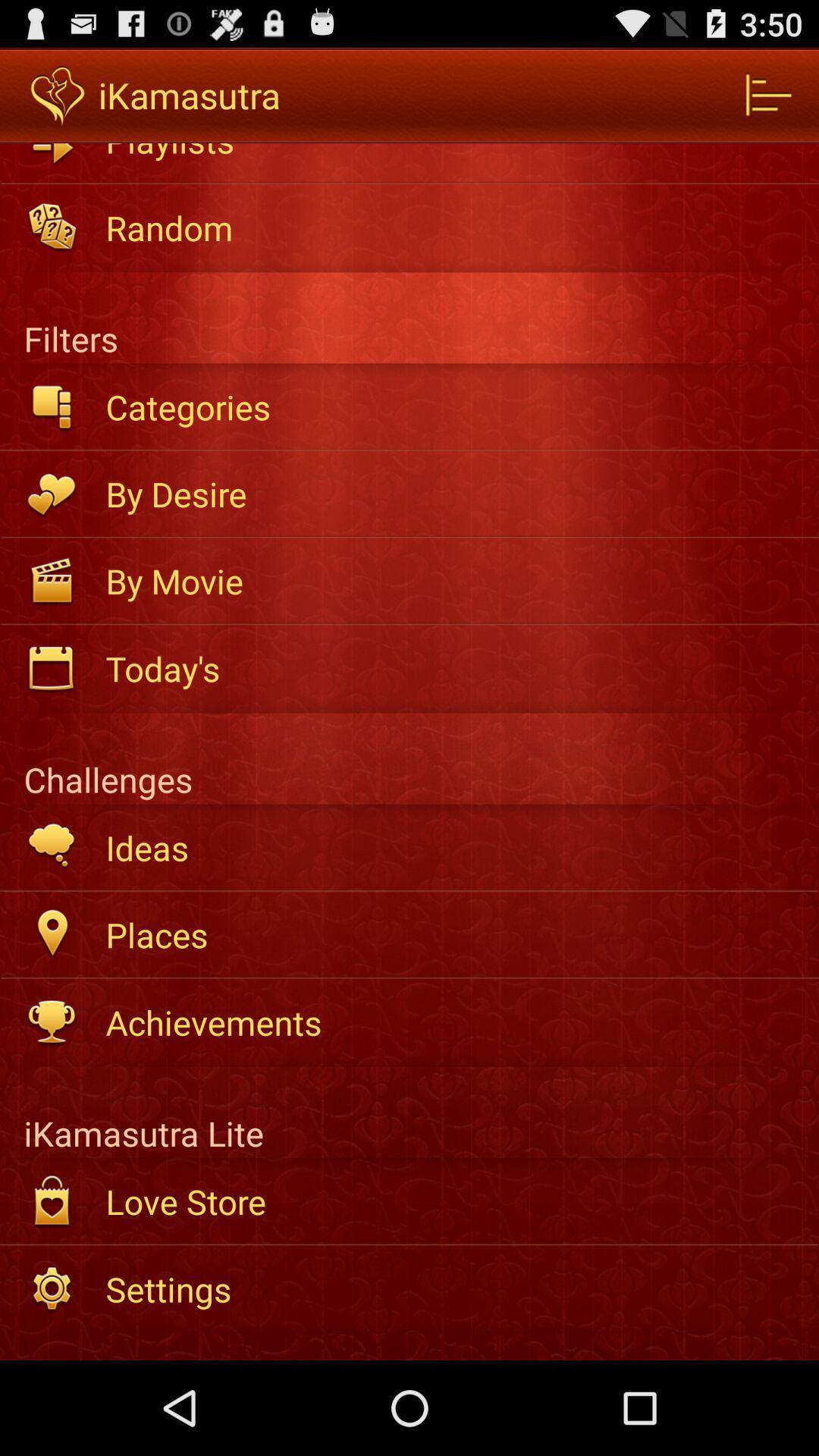 This screenshot has height=1456, width=819. I want to click on icon above the challenges item, so click(451, 667).